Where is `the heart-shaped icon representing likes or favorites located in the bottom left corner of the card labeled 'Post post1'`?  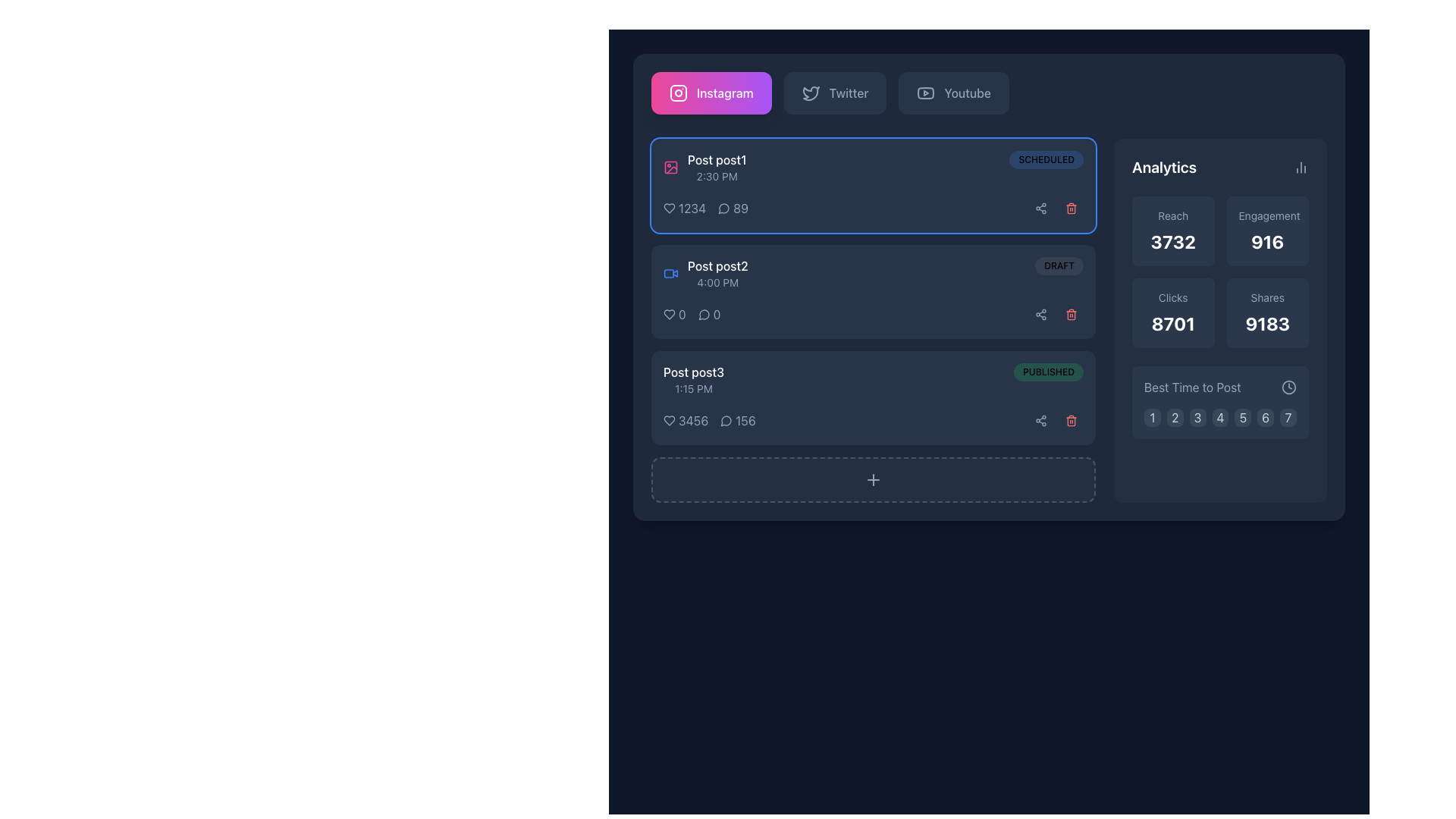
the heart-shaped icon representing likes or favorites located in the bottom left corner of the card labeled 'Post post1' is located at coordinates (669, 208).